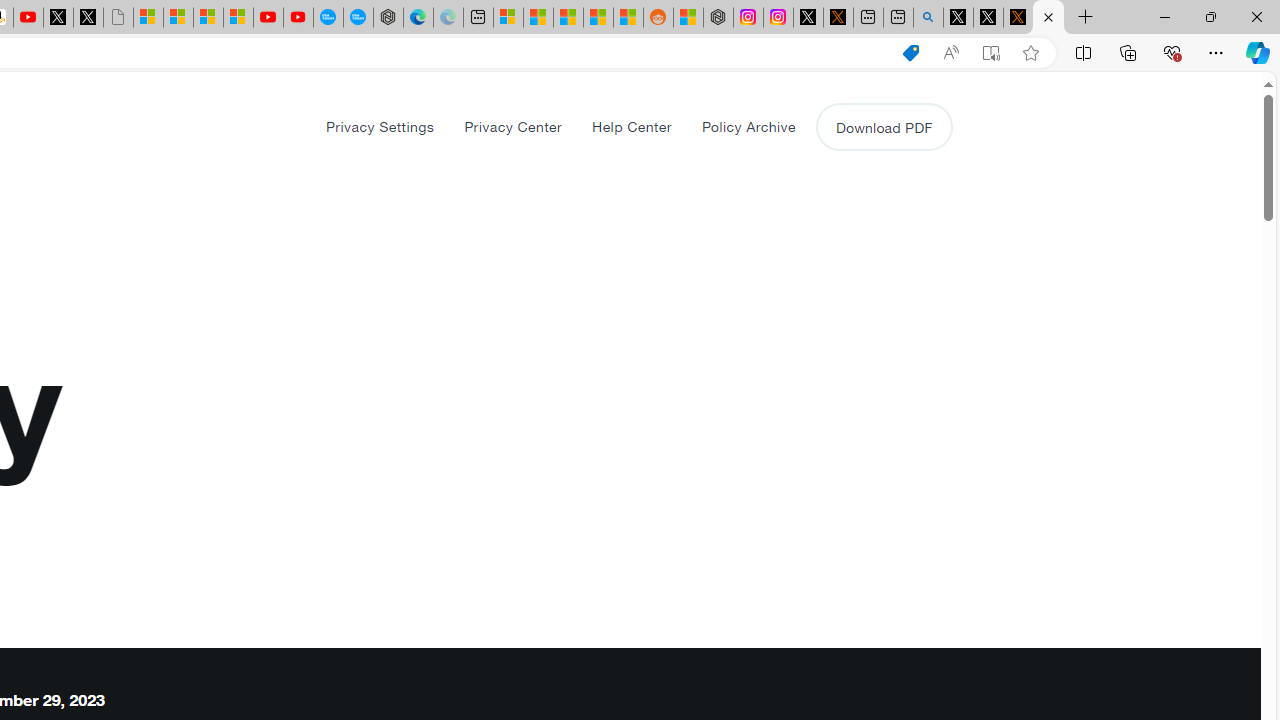 The width and height of the screenshot is (1280, 720). I want to click on 'Enter Immersive Reader (F9)', so click(991, 52).